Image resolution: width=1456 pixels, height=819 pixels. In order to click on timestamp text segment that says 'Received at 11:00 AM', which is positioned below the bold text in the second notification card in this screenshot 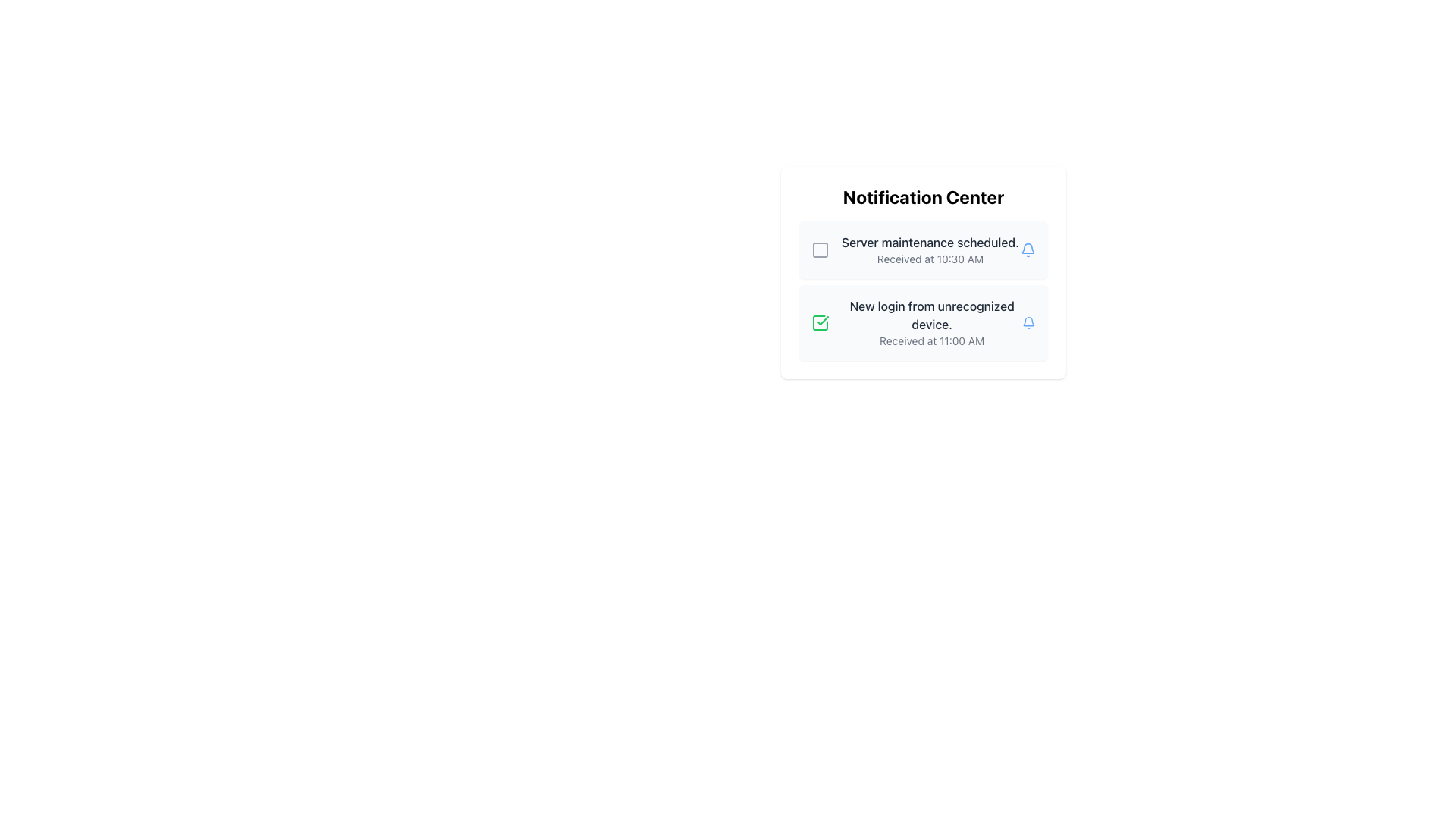, I will do `click(931, 341)`.